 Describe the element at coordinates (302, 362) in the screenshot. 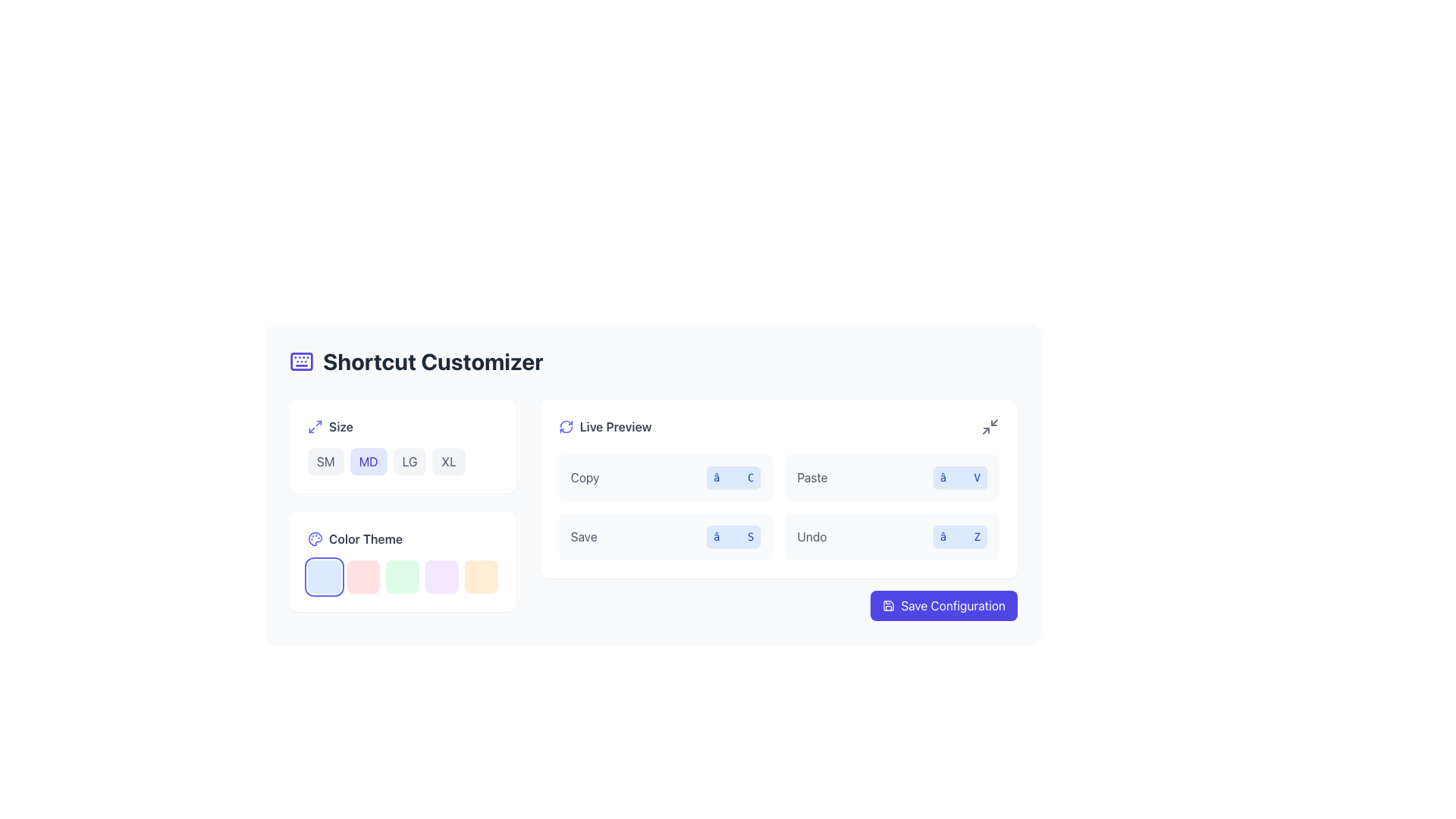

I see `the decorative icon representing key customization located to the left of the 'Shortcut Customizer' title in the upper-left part of the application's interface` at that location.